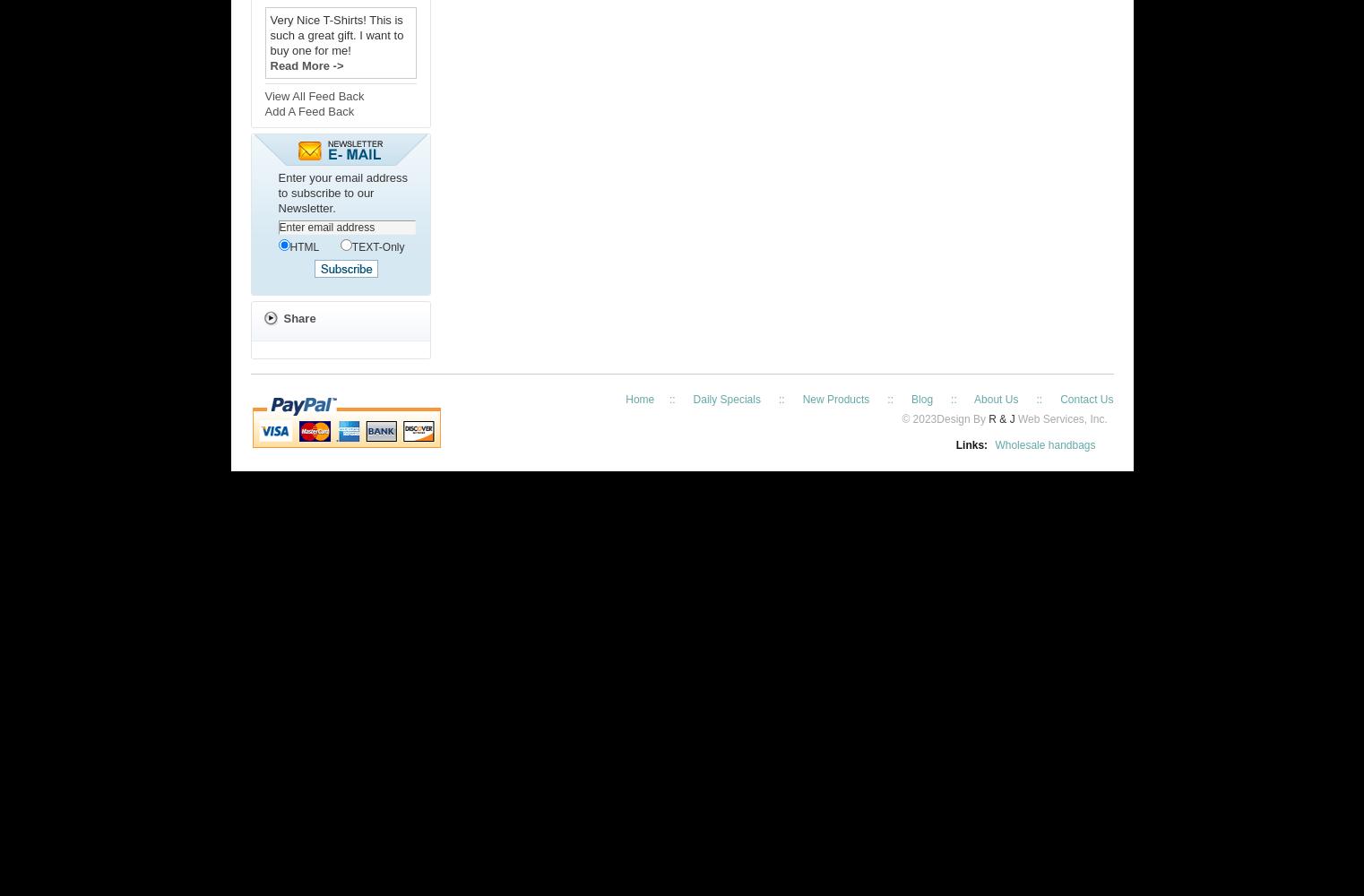  I want to click on 'Very Nice T-Shirts! This is such a great gift. I want to buy one for me!', so click(270, 35).